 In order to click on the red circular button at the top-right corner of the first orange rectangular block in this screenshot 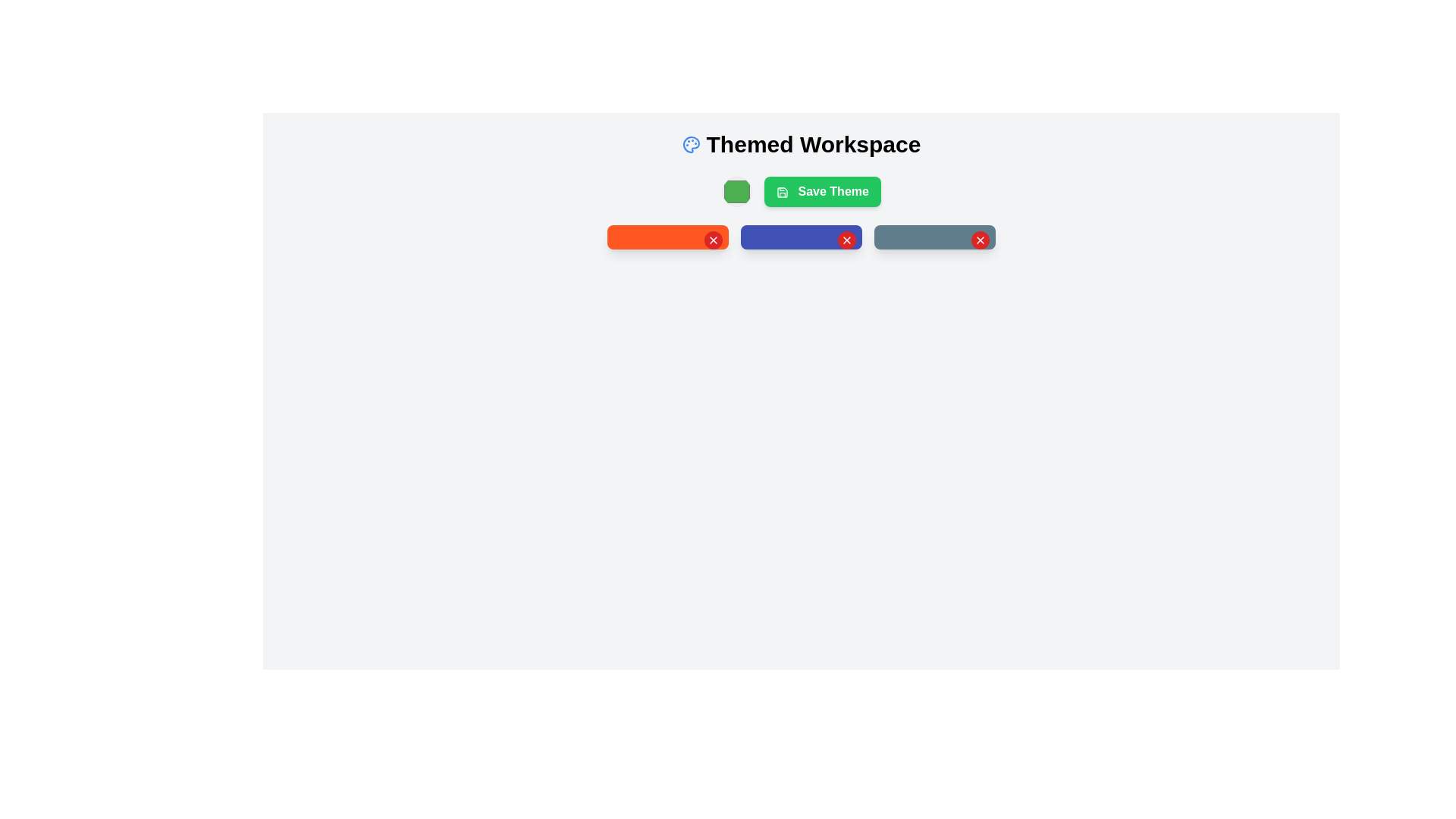, I will do `click(712, 239)`.